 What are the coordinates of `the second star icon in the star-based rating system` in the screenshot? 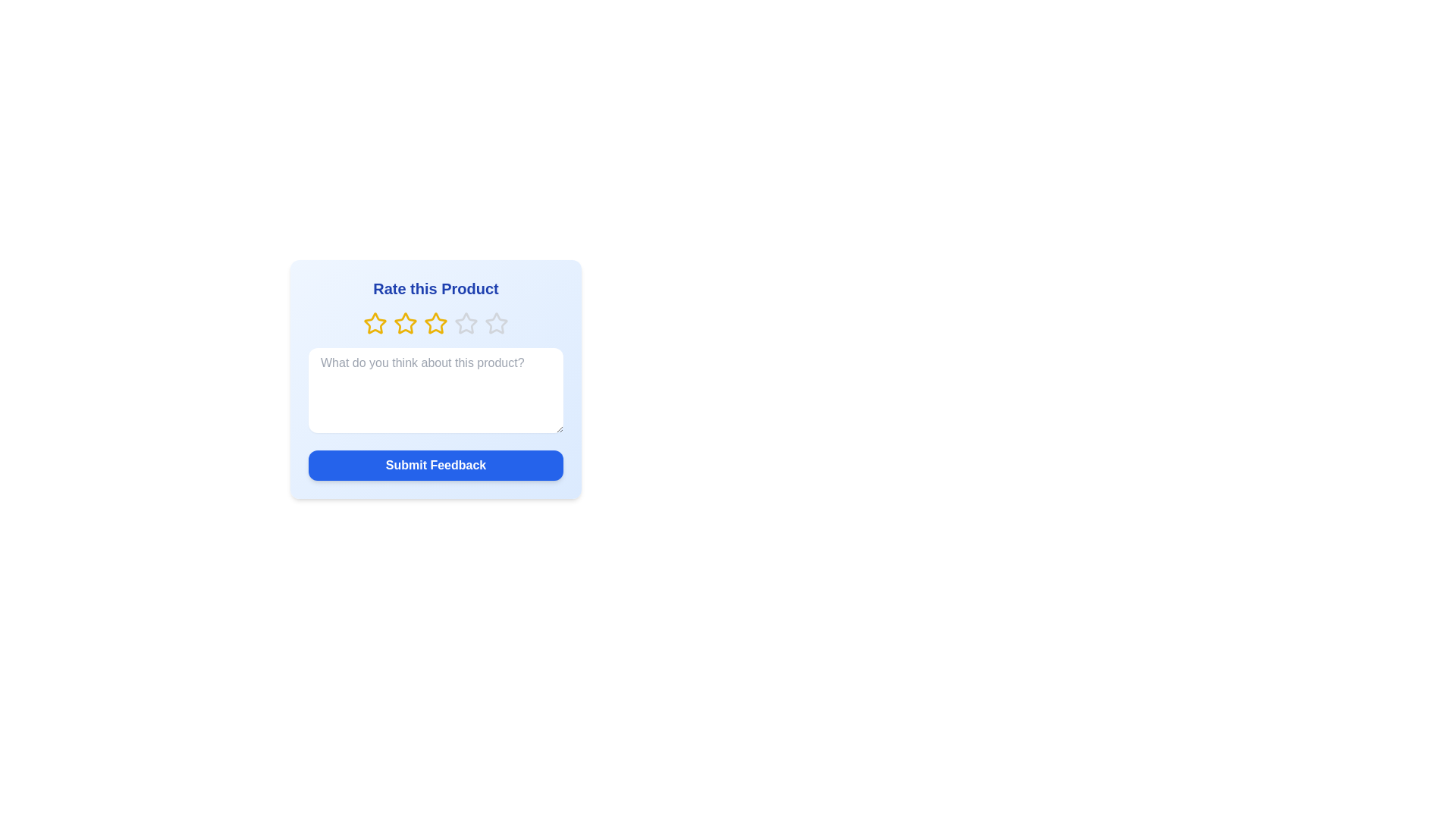 It's located at (435, 322).